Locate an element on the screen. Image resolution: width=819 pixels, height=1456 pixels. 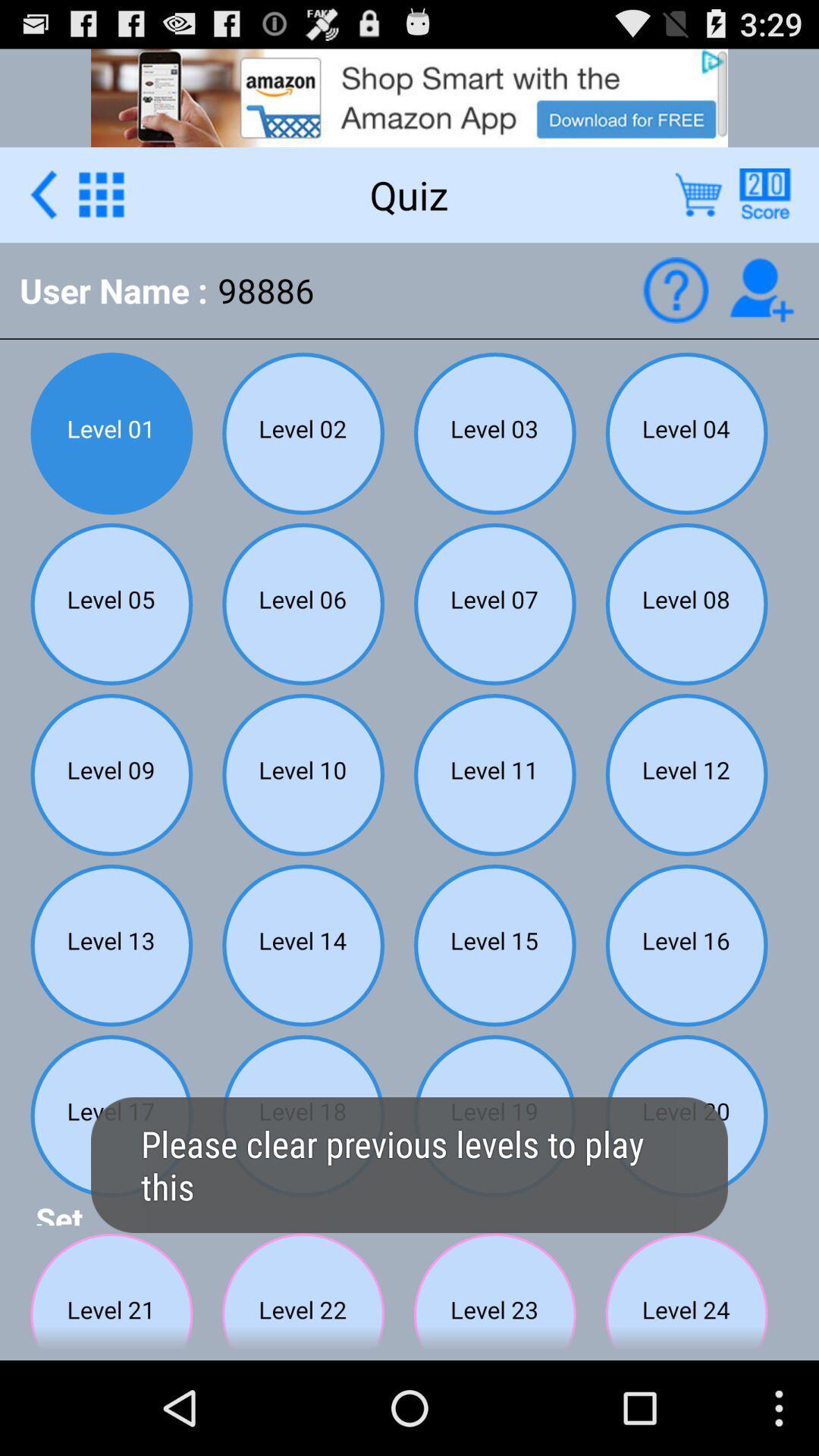
share the article is located at coordinates (764, 193).